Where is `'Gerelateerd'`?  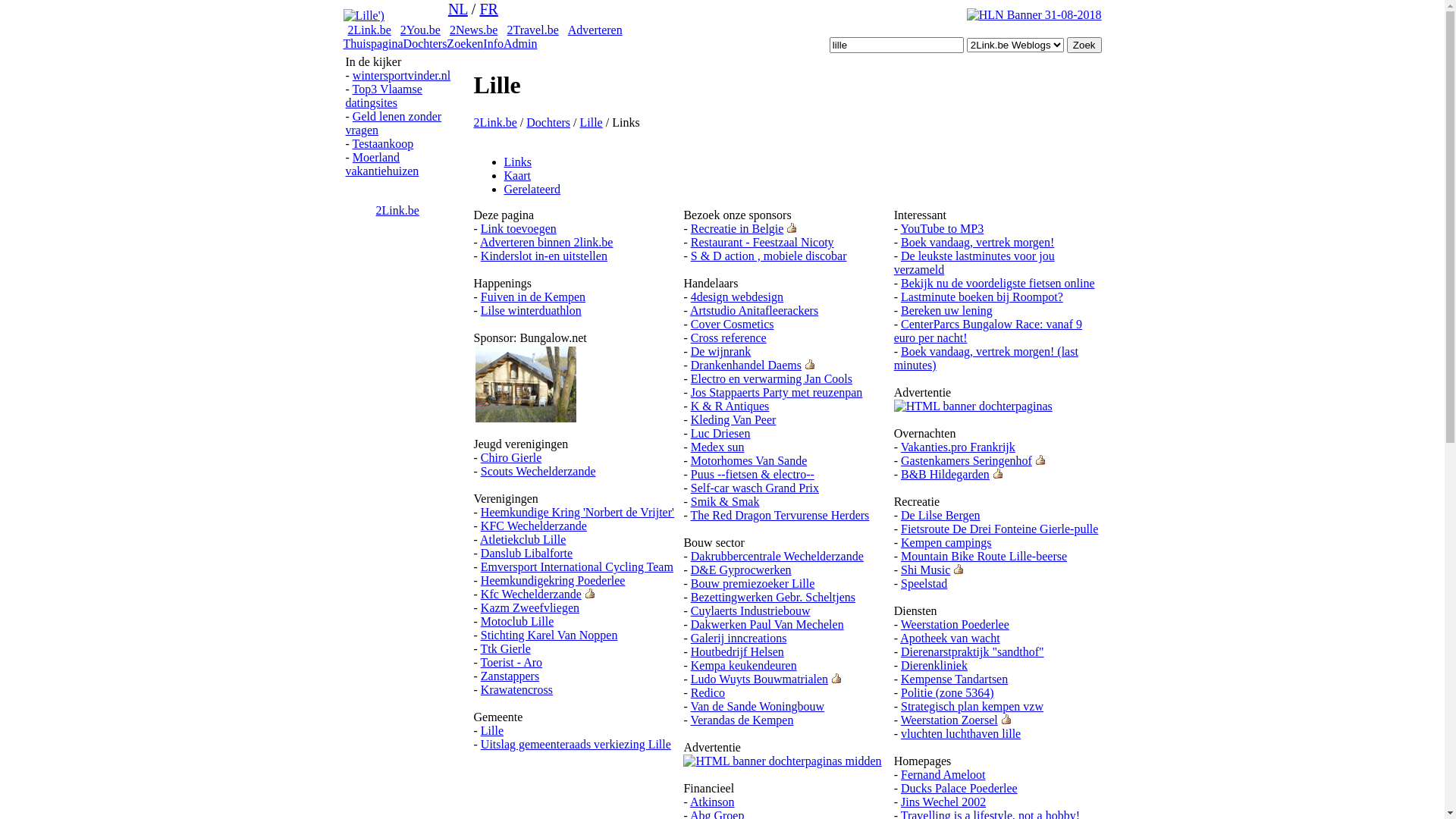
'Gerelateerd' is located at coordinates (532, 188).